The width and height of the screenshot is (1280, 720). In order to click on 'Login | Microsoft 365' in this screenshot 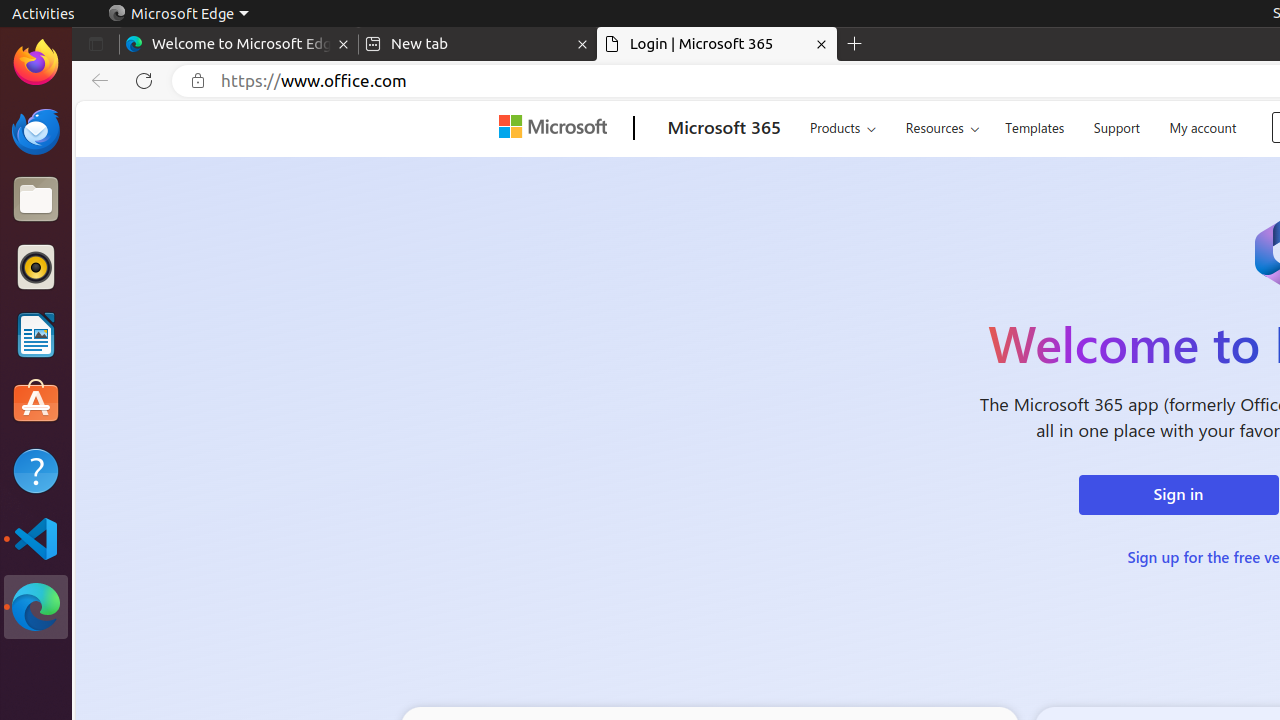, I will do `click(717, 44)`.